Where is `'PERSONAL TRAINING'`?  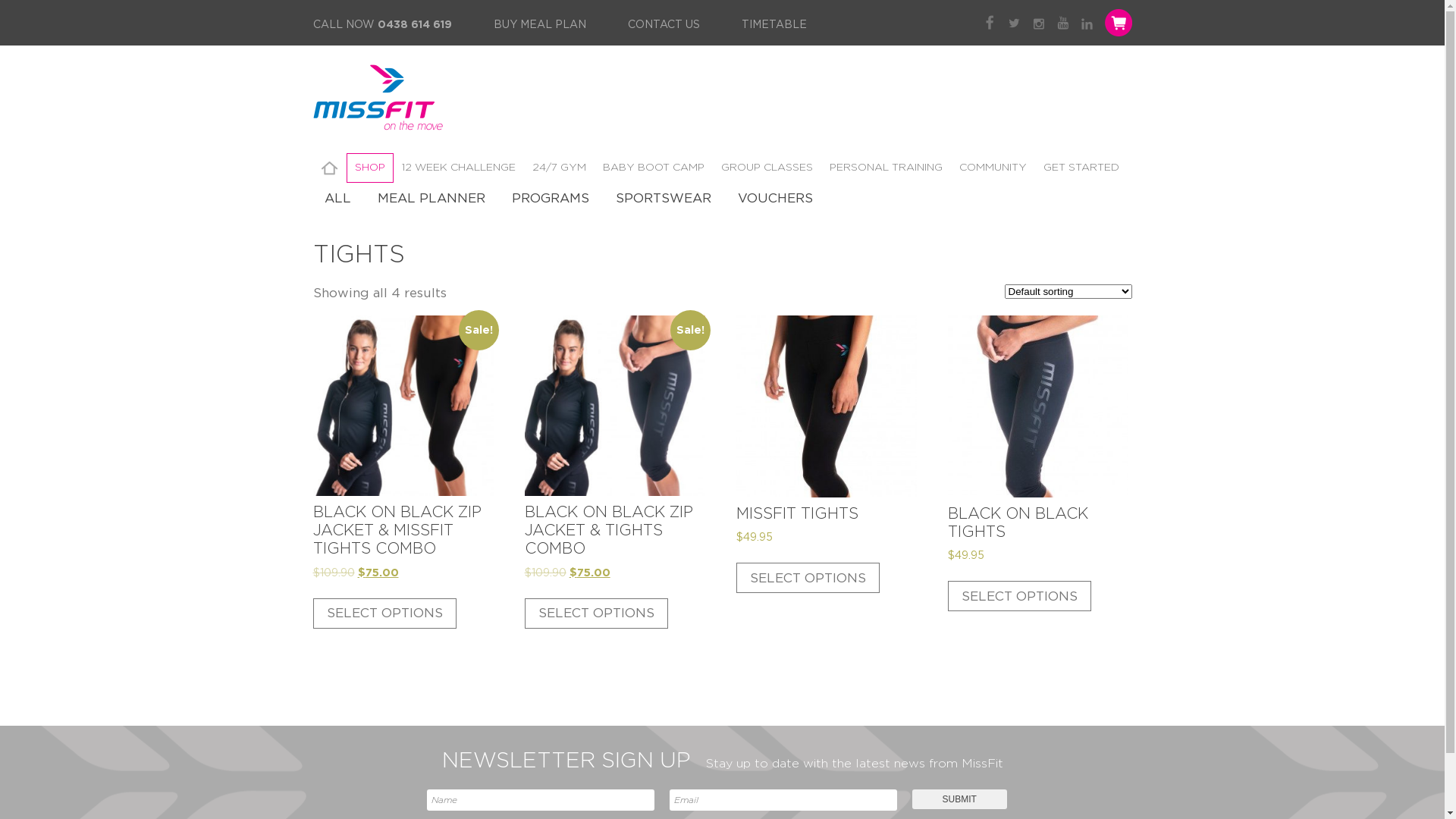 'PERSONAL TRAINING' is located at coordinates (885, 168).